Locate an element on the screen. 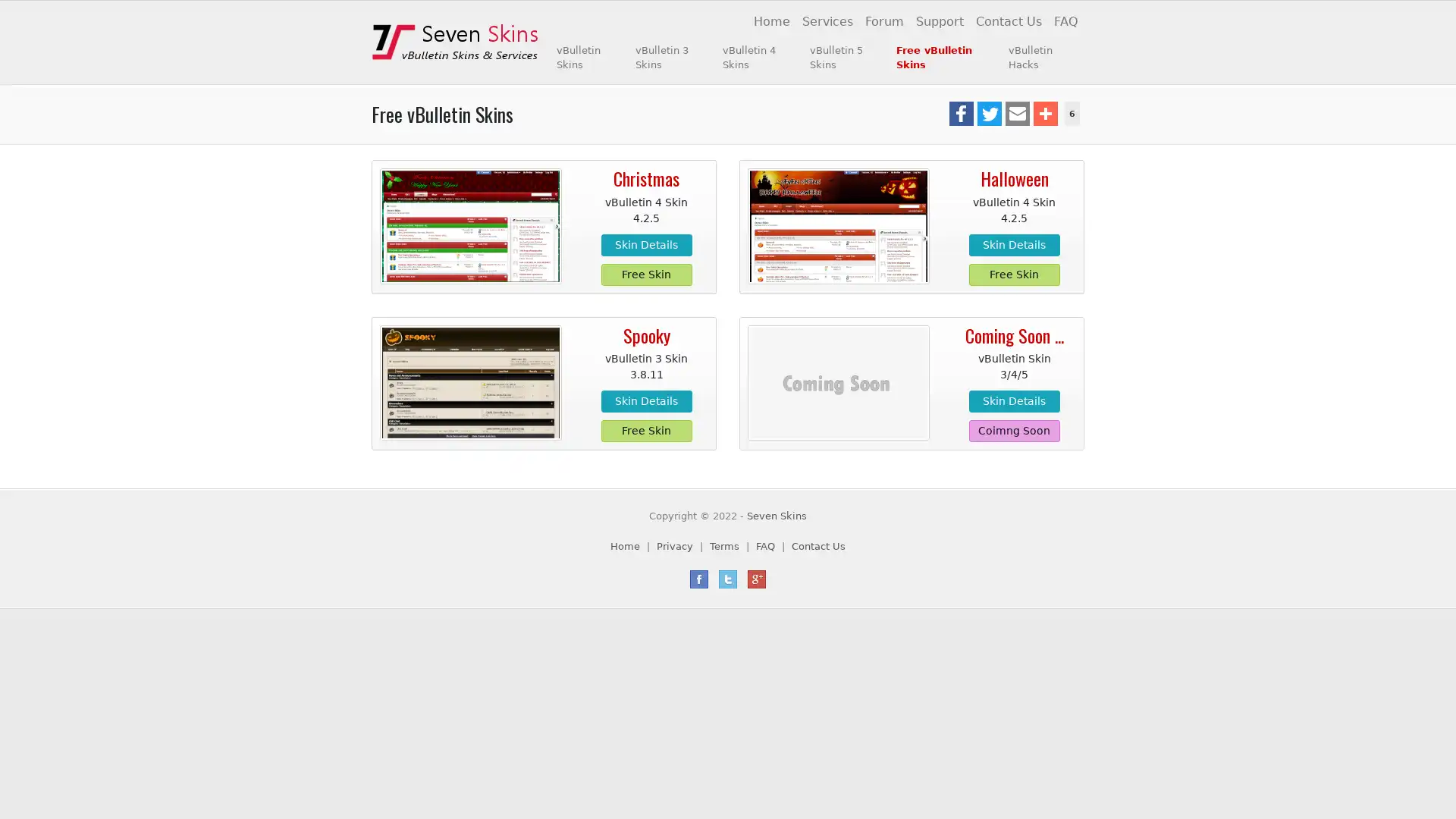  Free Skin is located at coordinates (645, 274).